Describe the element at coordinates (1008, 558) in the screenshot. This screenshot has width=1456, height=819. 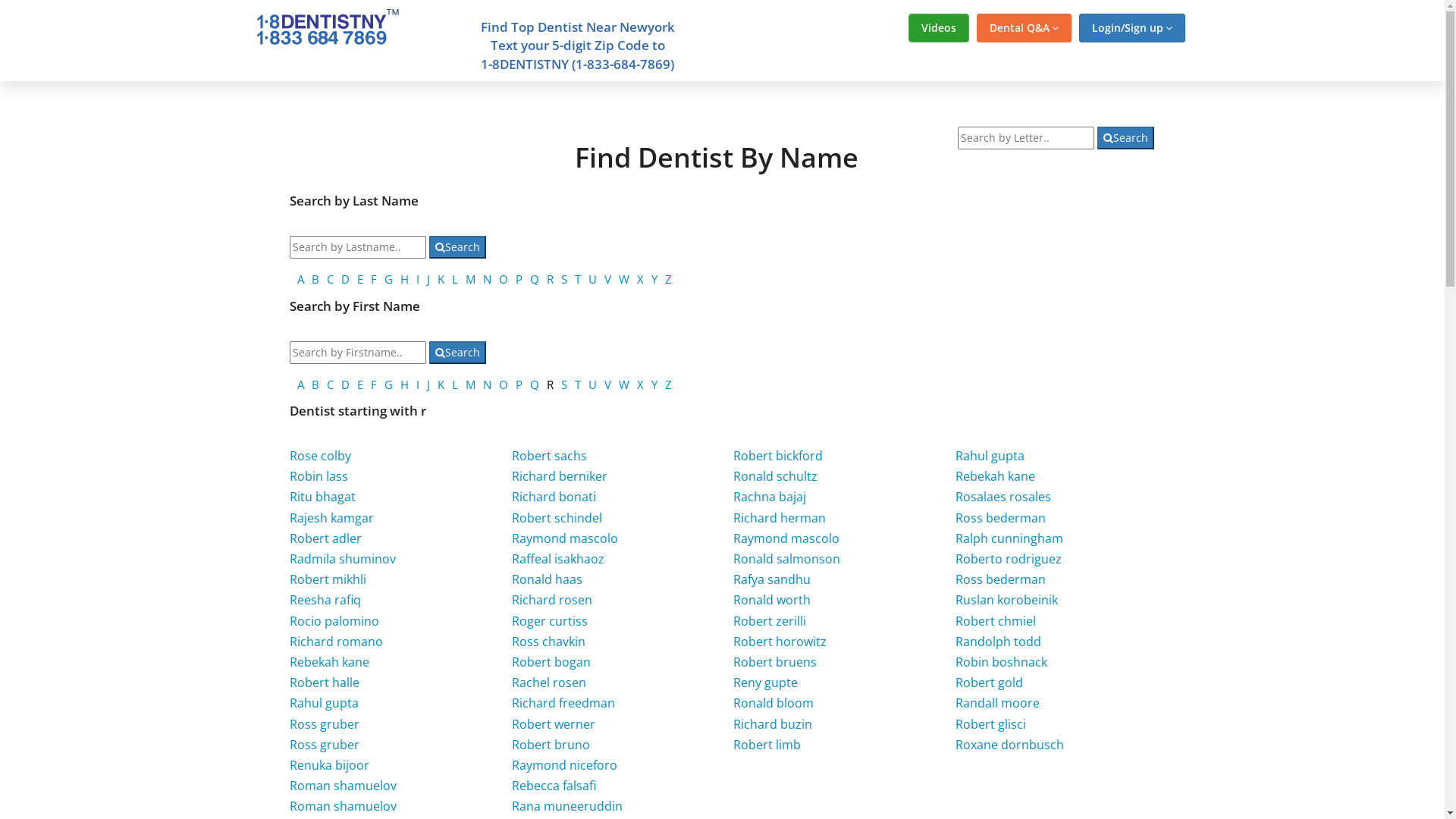
I see `'Roberto rodriguez'` at that location.